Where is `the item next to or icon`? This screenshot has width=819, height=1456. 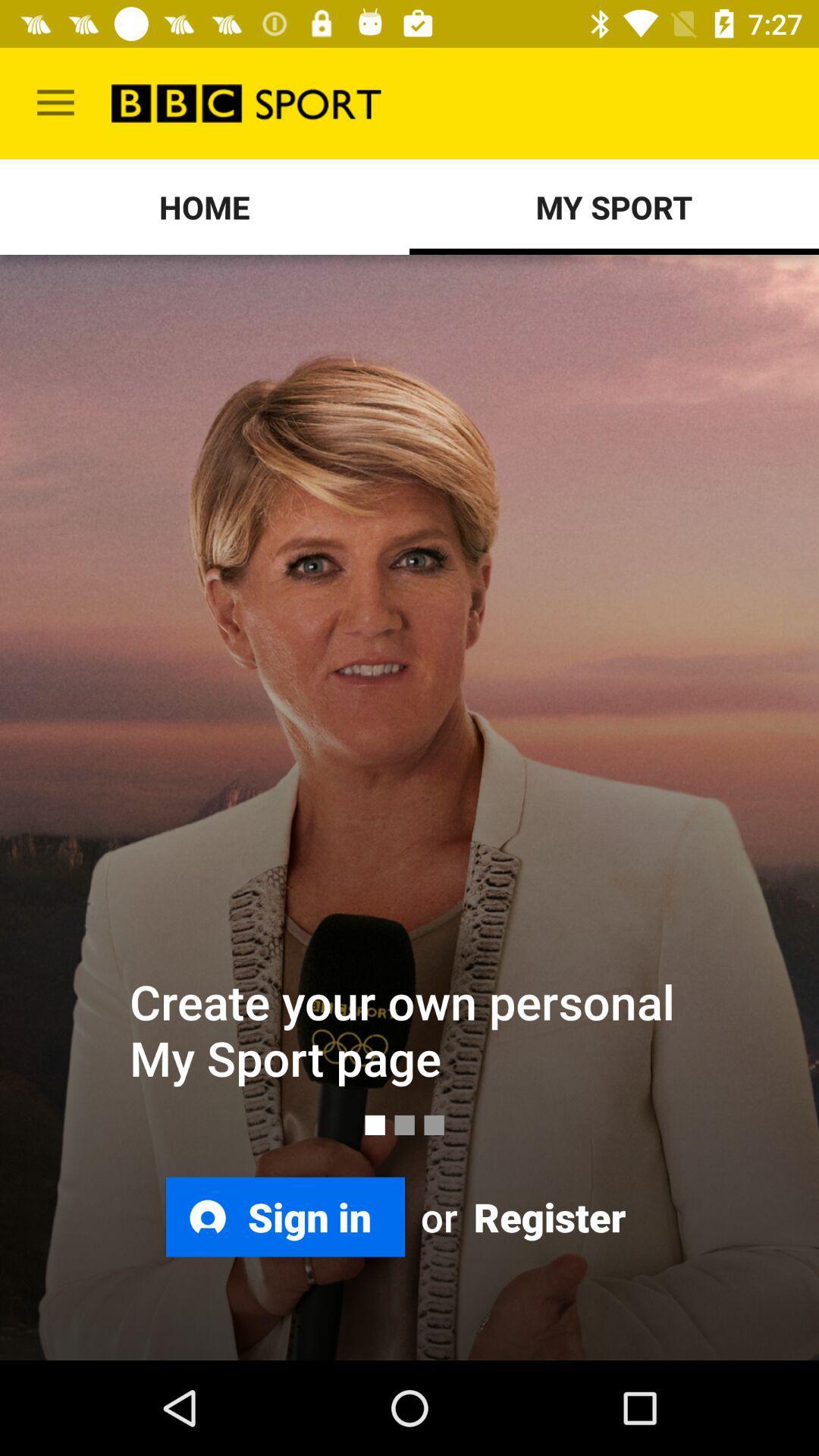 the item next to or icon is located at coordinates (285, 1216).